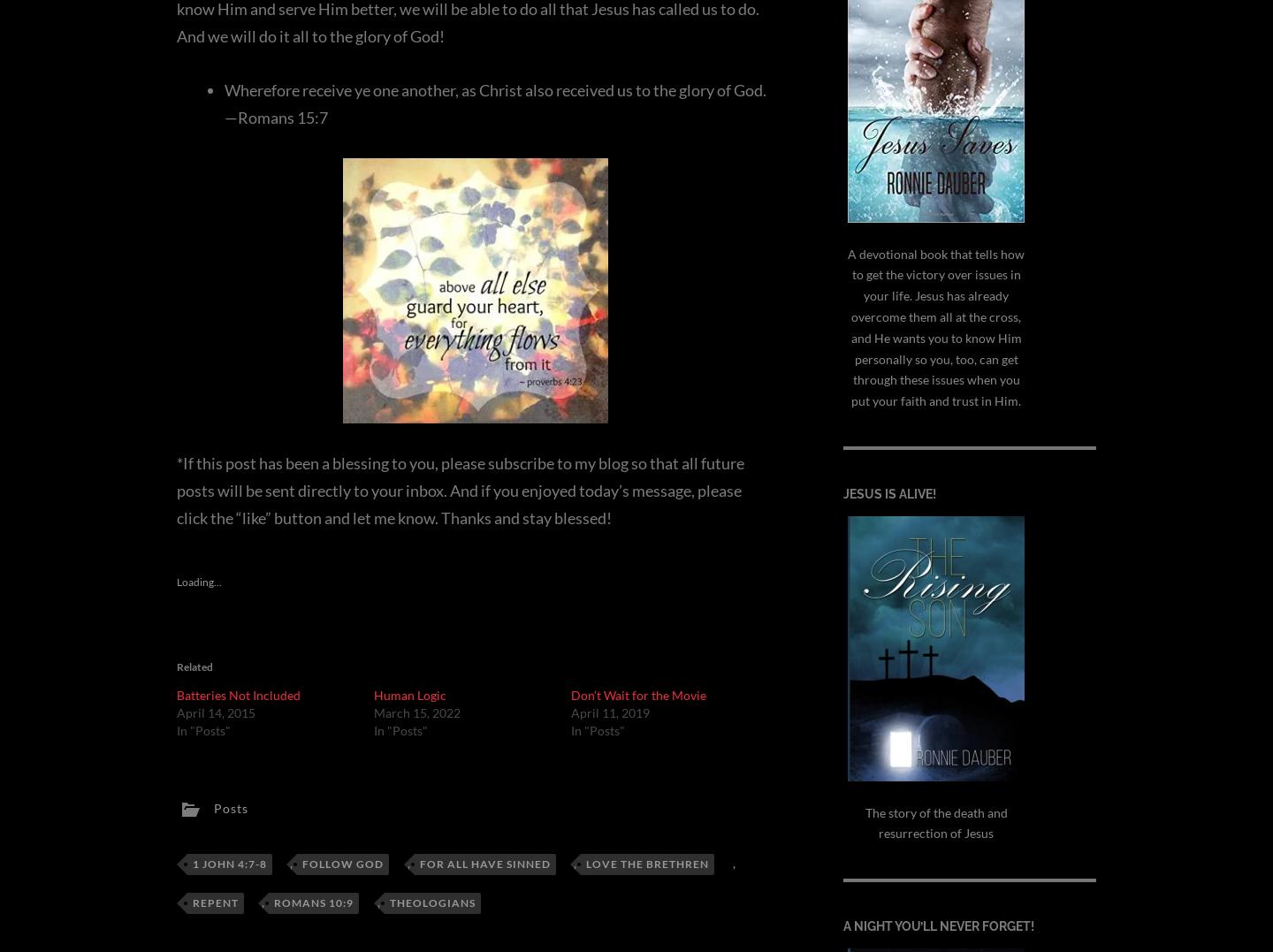 This screenshot has height=952, width=1273. Describe the element at coordinates (646, 863) in the screenshot. I see `'love the brethren'` at that location.